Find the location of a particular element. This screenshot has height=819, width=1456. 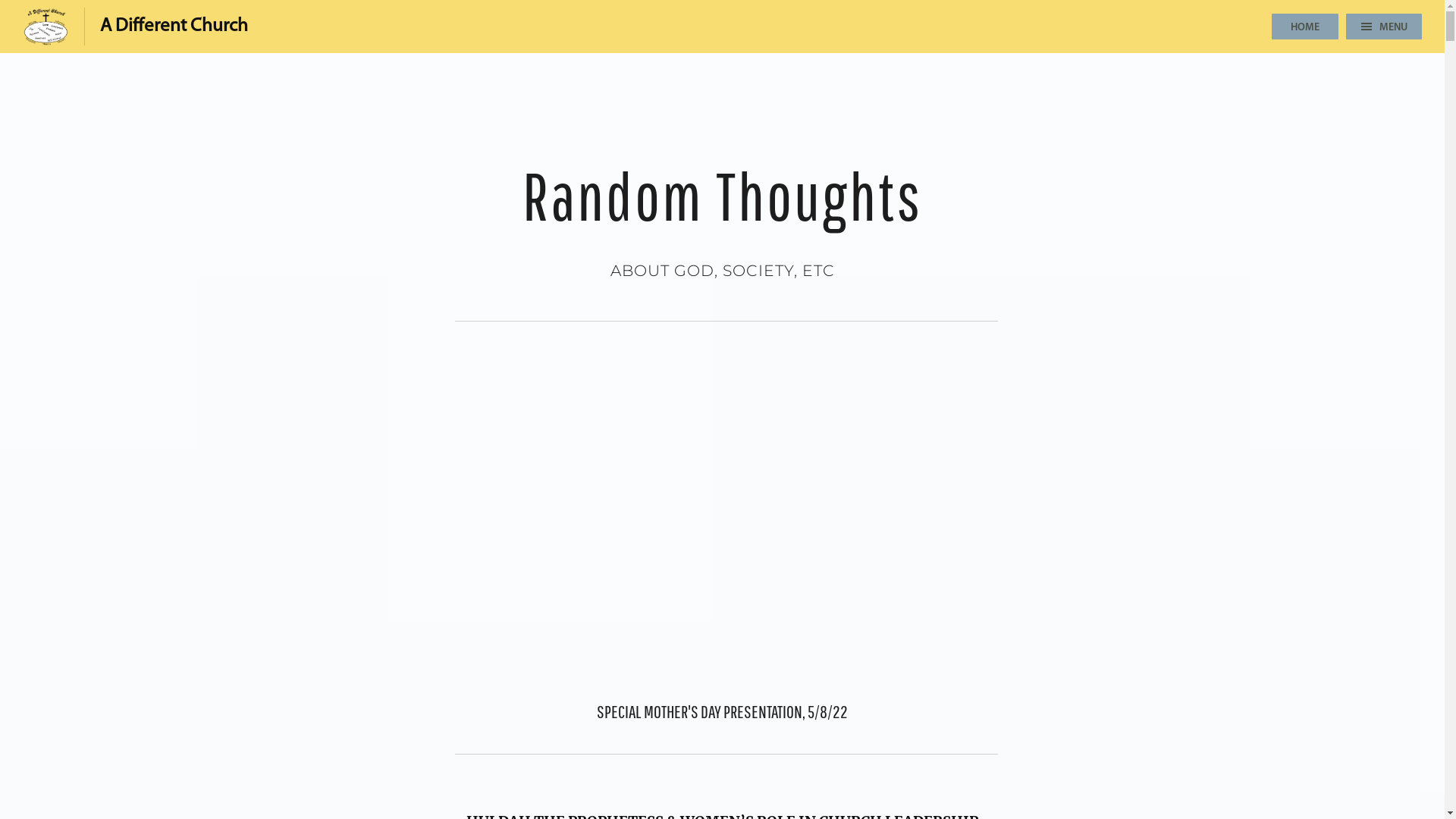

'A Different Church' is located at coordinates (135, 26).